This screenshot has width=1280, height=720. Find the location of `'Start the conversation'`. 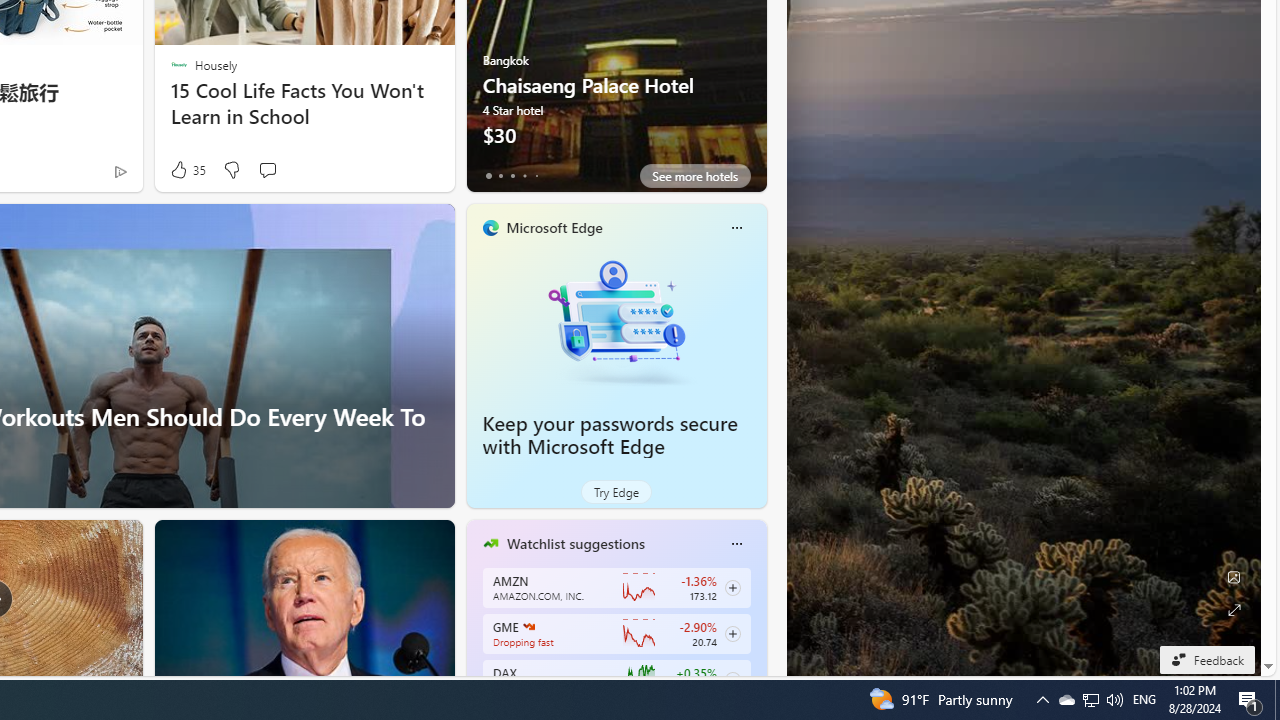

'Start the conversation' is located at coordinates (266, 169).